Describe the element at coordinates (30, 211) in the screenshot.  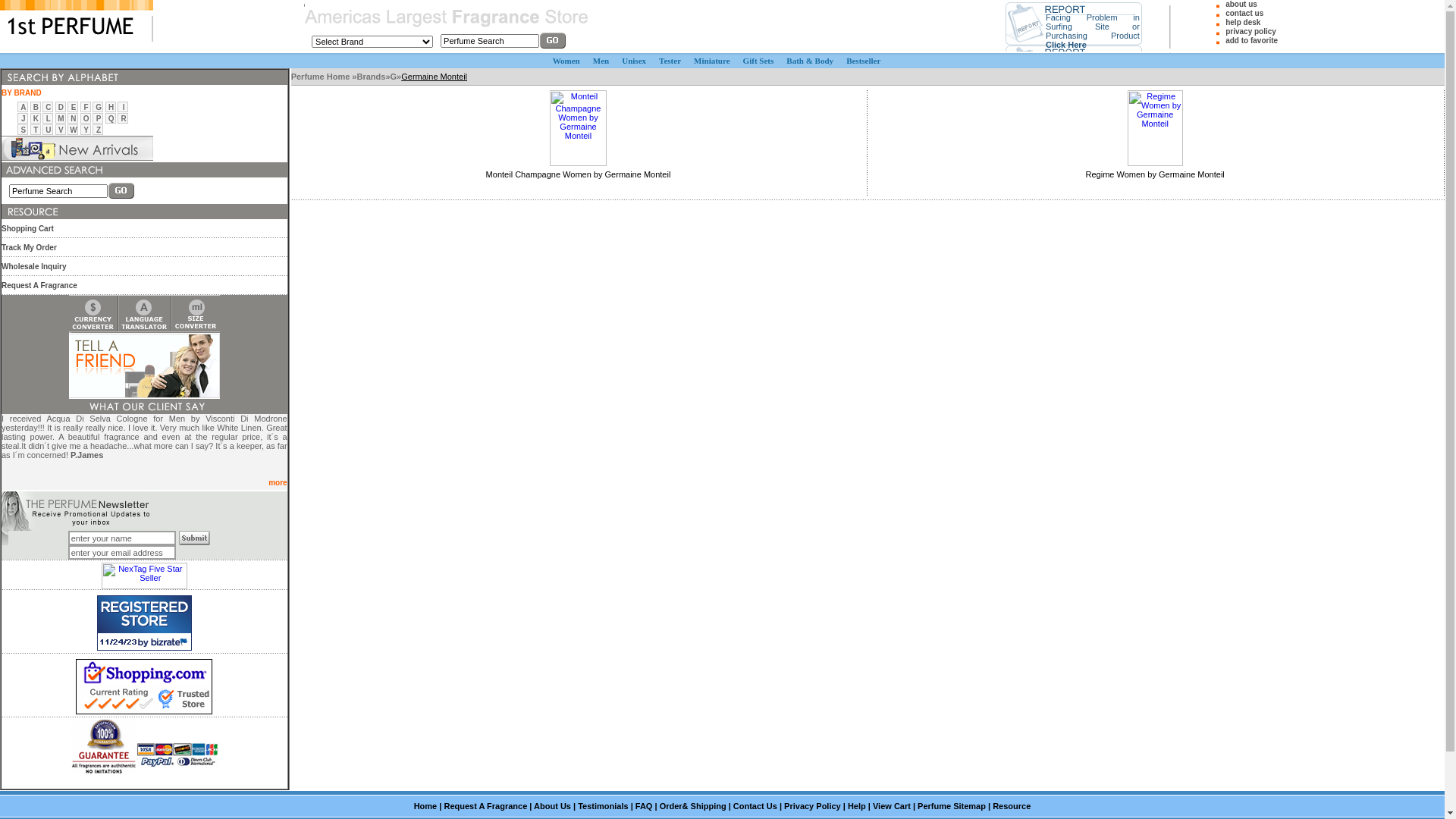
I see `'1st Perfume Resource'` at that location.